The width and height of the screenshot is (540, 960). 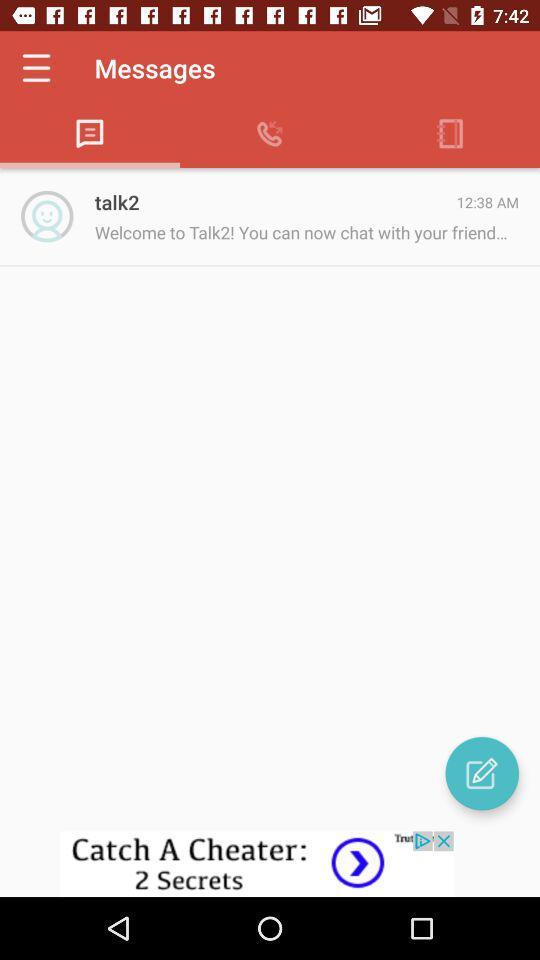 I want to click on new message, so click(x=481, y=772).